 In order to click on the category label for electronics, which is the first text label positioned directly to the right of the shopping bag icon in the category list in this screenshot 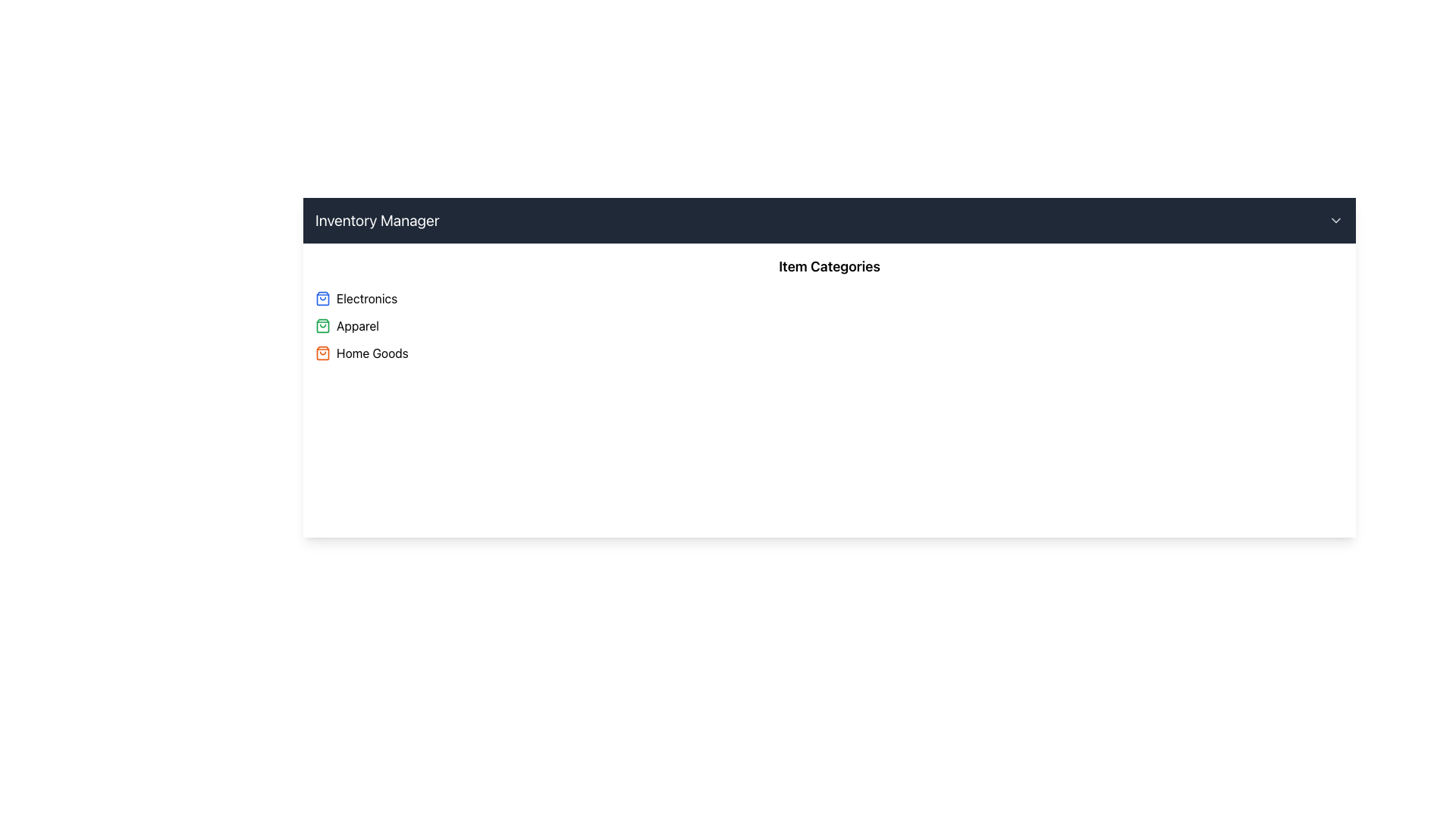, I will do `click(367, 298)`.